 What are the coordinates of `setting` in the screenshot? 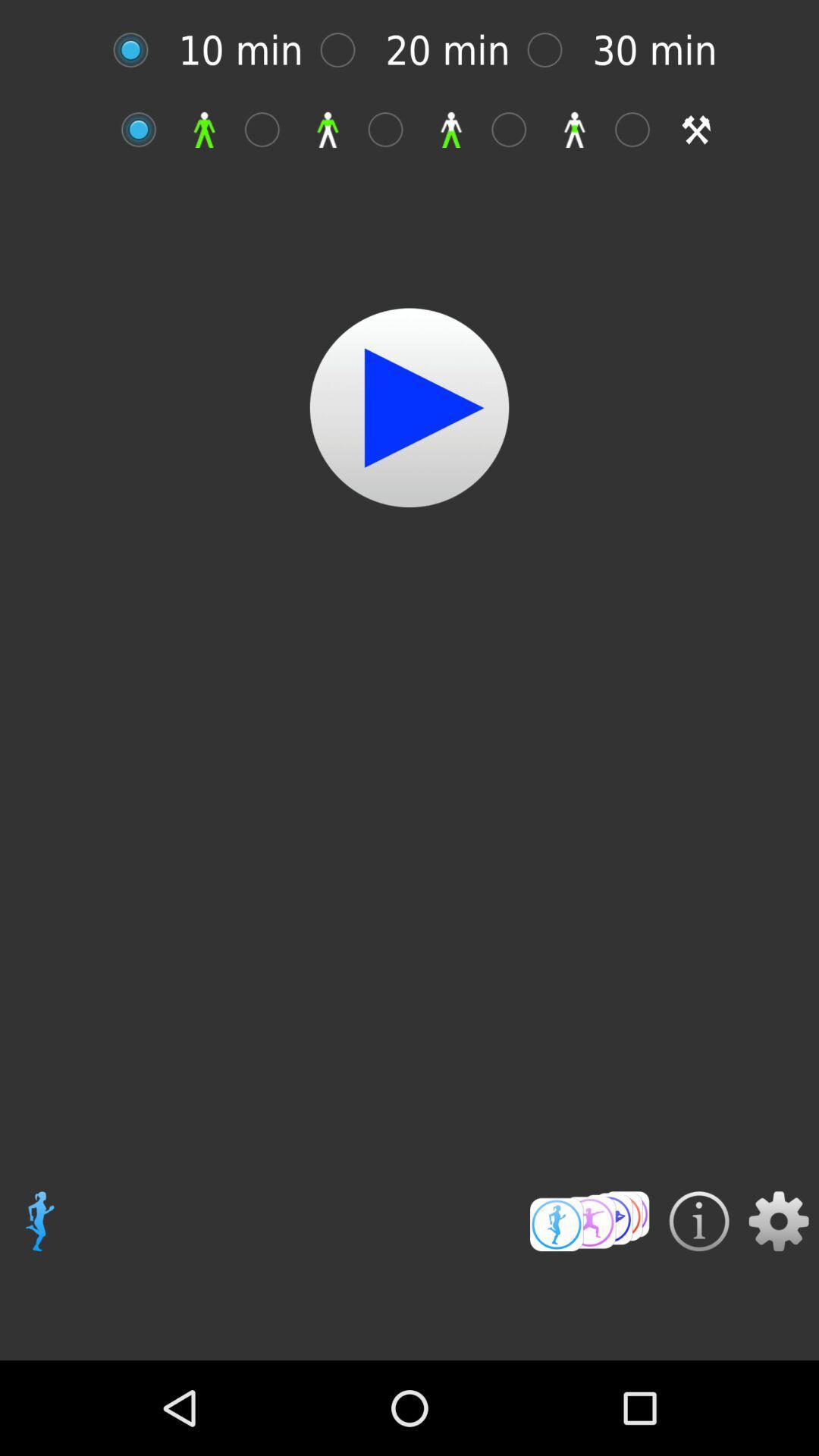 It's located at (779, 1221).